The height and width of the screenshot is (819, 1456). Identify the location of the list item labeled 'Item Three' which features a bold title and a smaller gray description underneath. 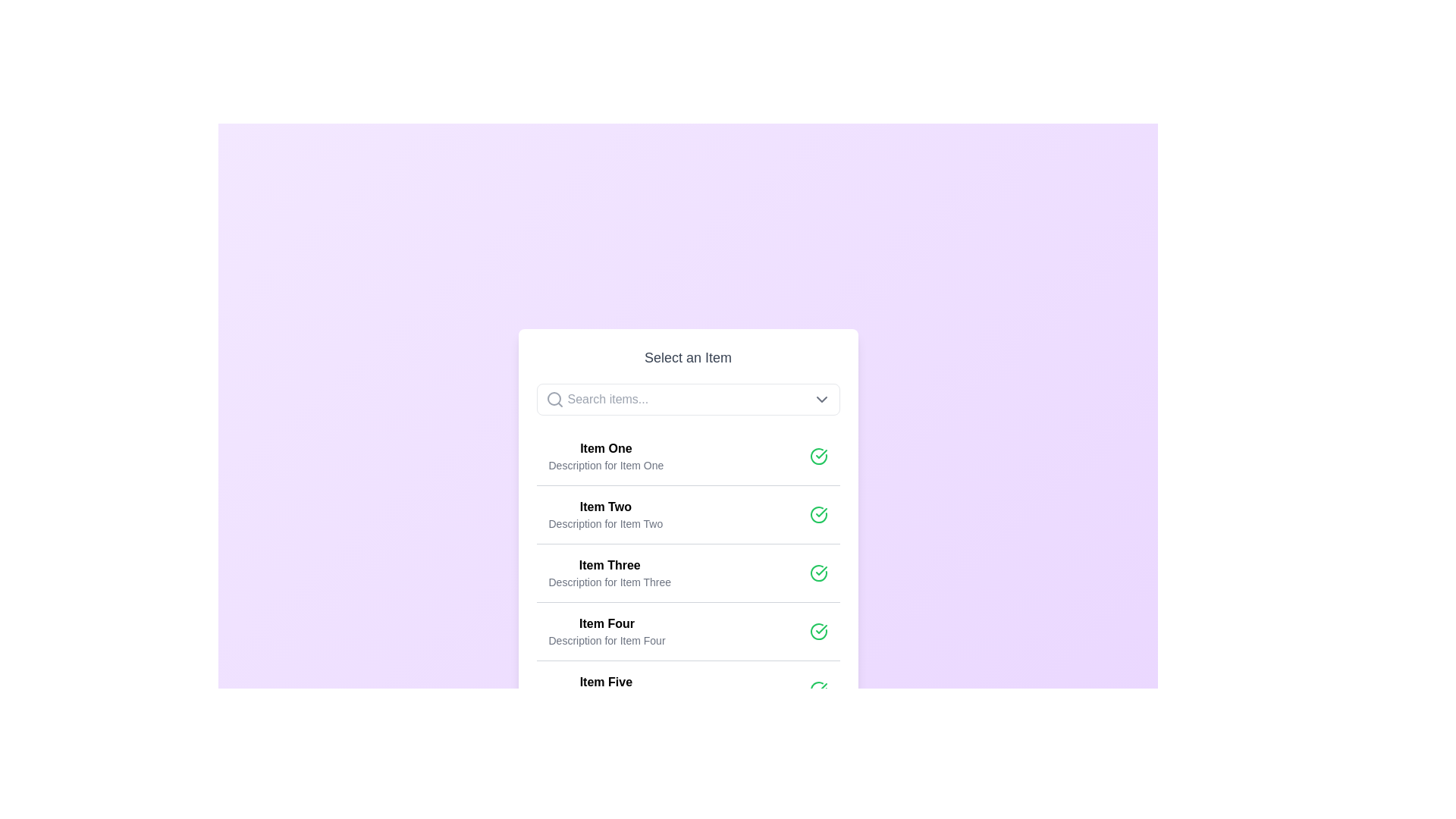
(610, 573).